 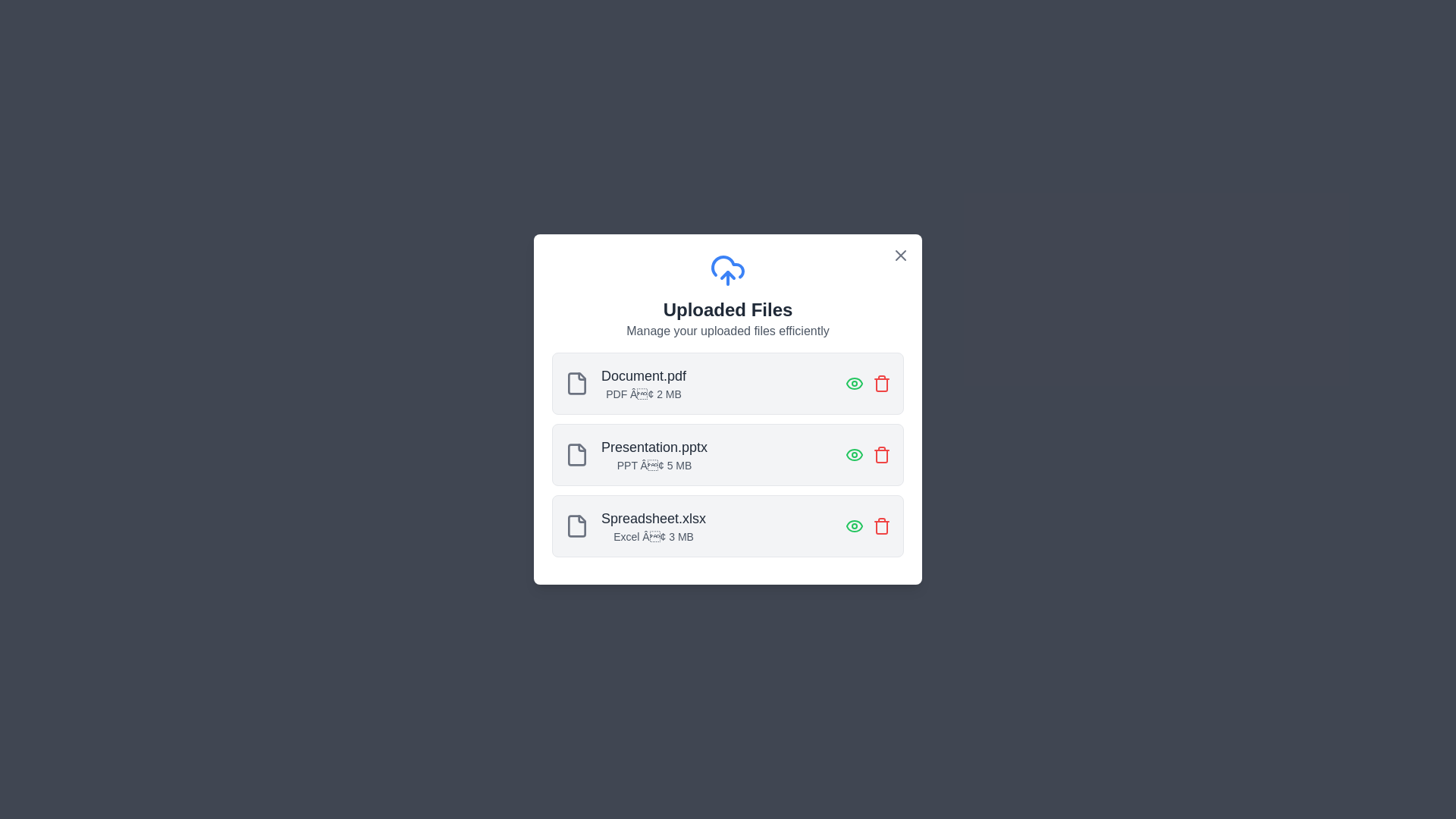 I want to click on the cloud upload icon located centered above the header text 'Uploaded Files' in the upper middle portion of the modal-like box, so click(x=728, y=270).